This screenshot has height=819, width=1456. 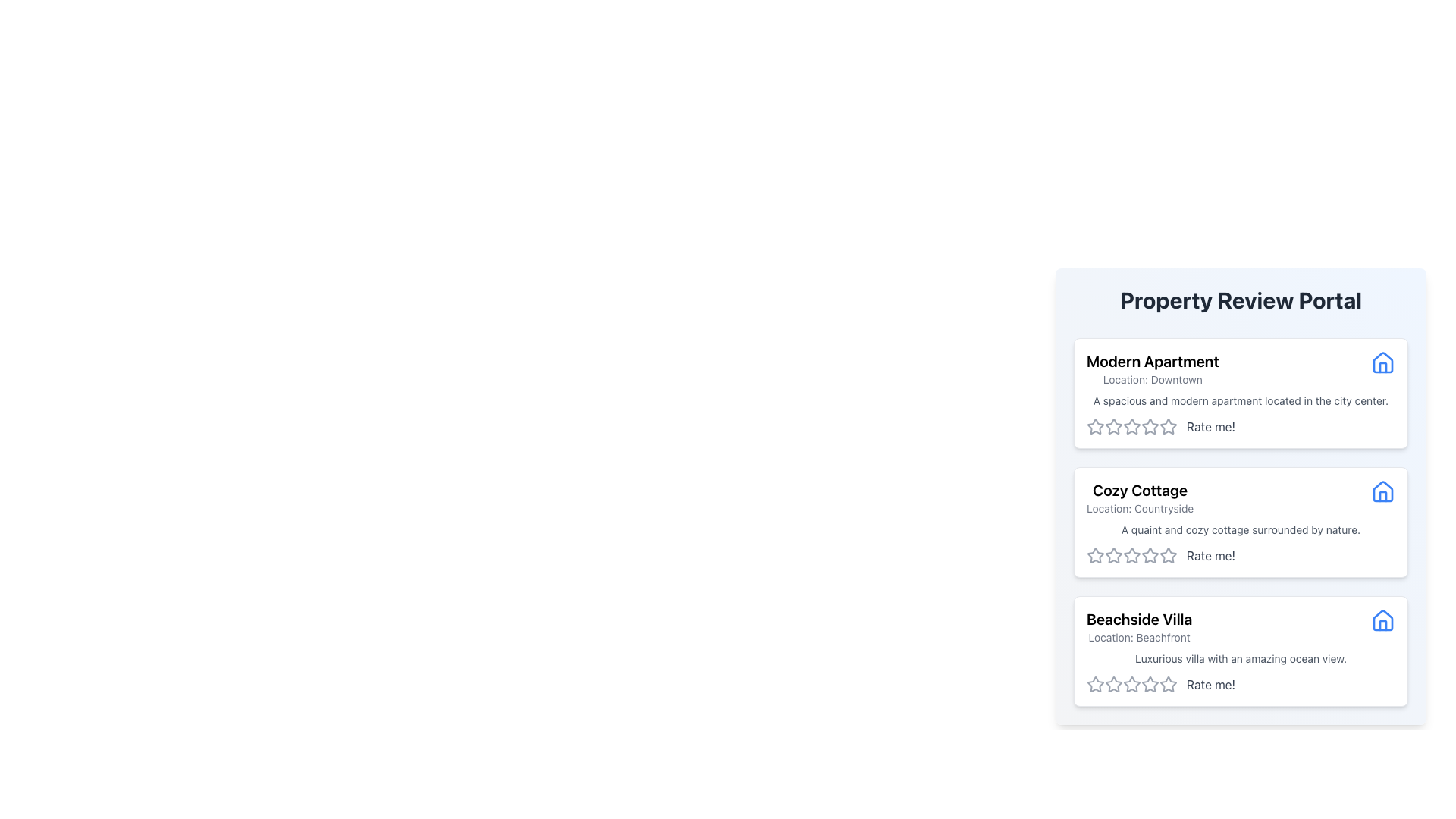 I want to click on the minimalist house icon located to the right of the 'Beachside Villa' text in the third list item, so click(x=1383, y=620).